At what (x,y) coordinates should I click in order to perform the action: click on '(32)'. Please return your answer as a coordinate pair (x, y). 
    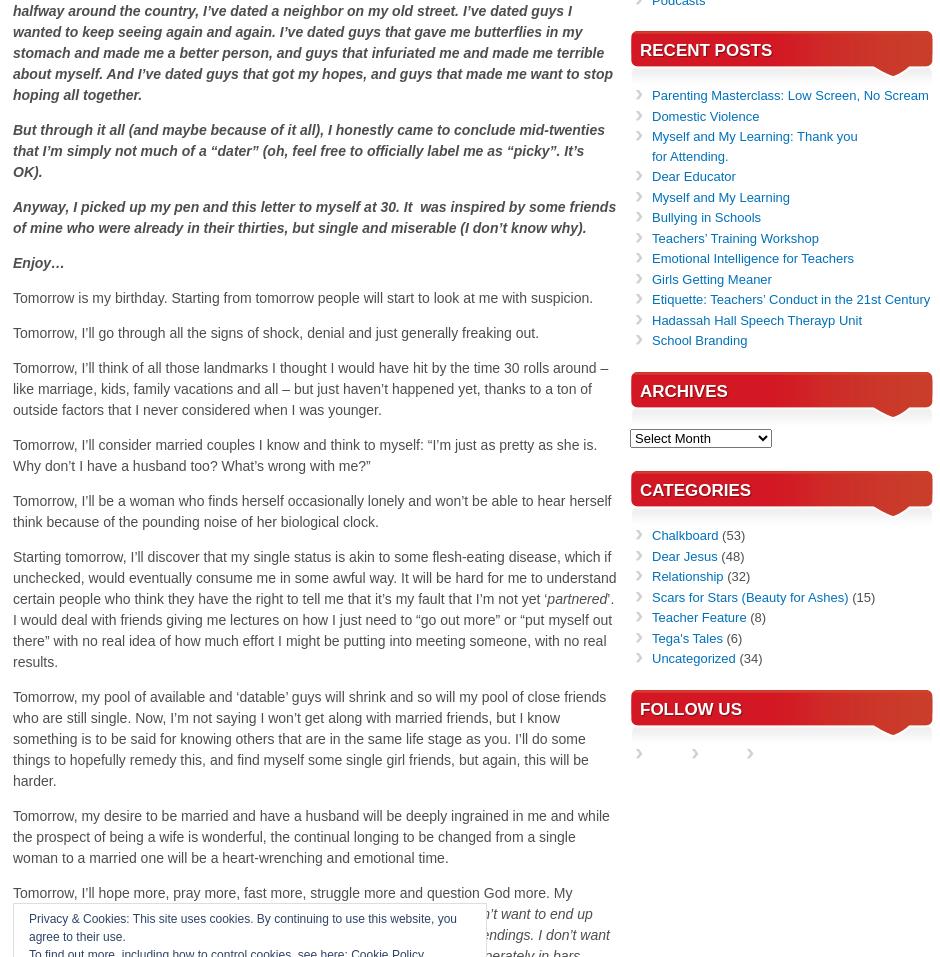
    Looking at the image, I should click on (736, 575).